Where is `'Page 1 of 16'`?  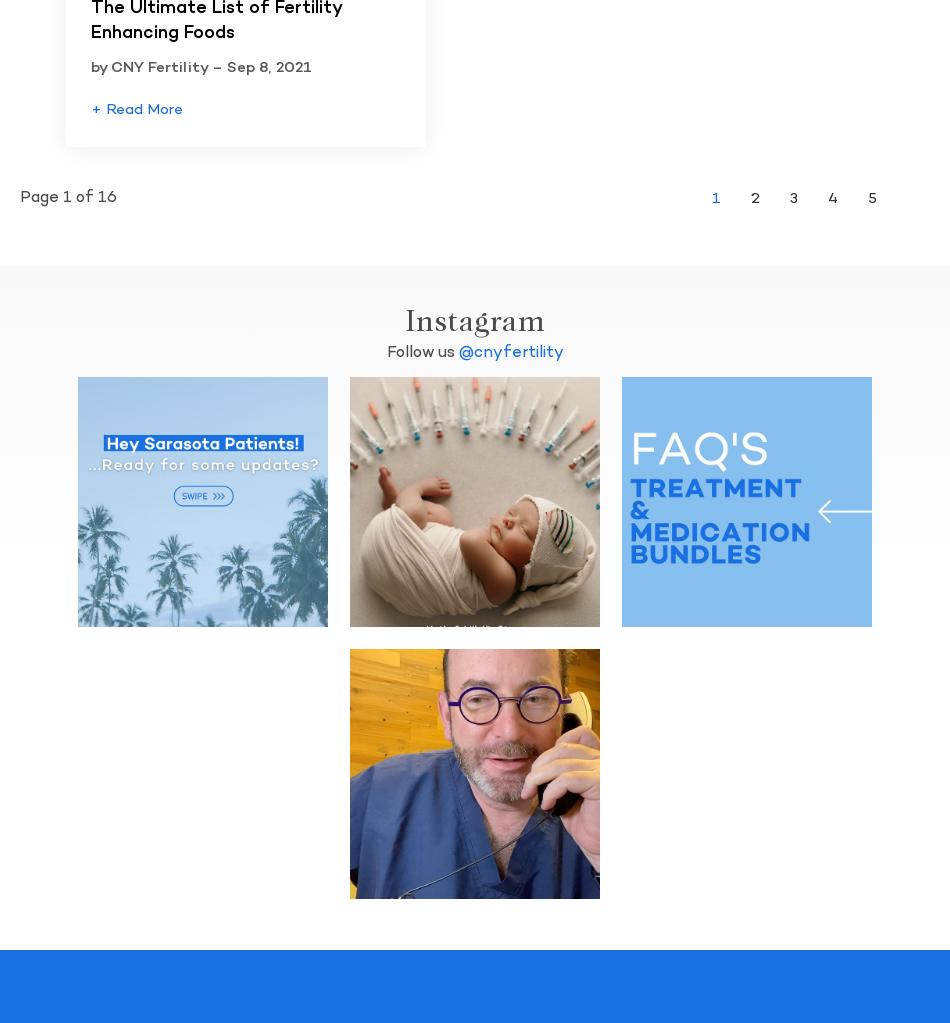 'Page 1 of 16' is located at coordinates (68, 197).